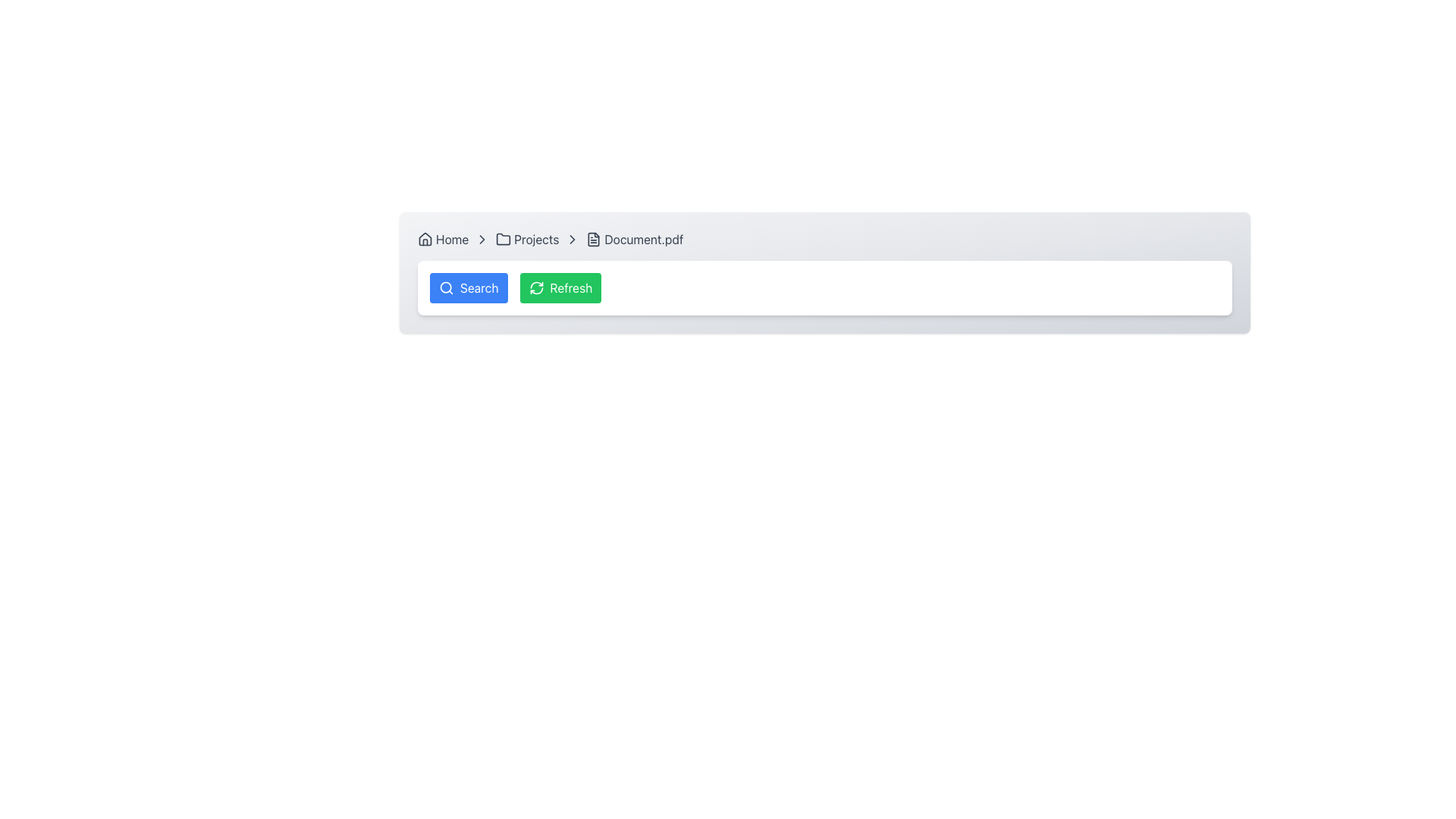  I want to click on the circular decoration of the search icon, which serves as the focal point of the icon, located to the left of the 'Search' button, so click(445, 287).